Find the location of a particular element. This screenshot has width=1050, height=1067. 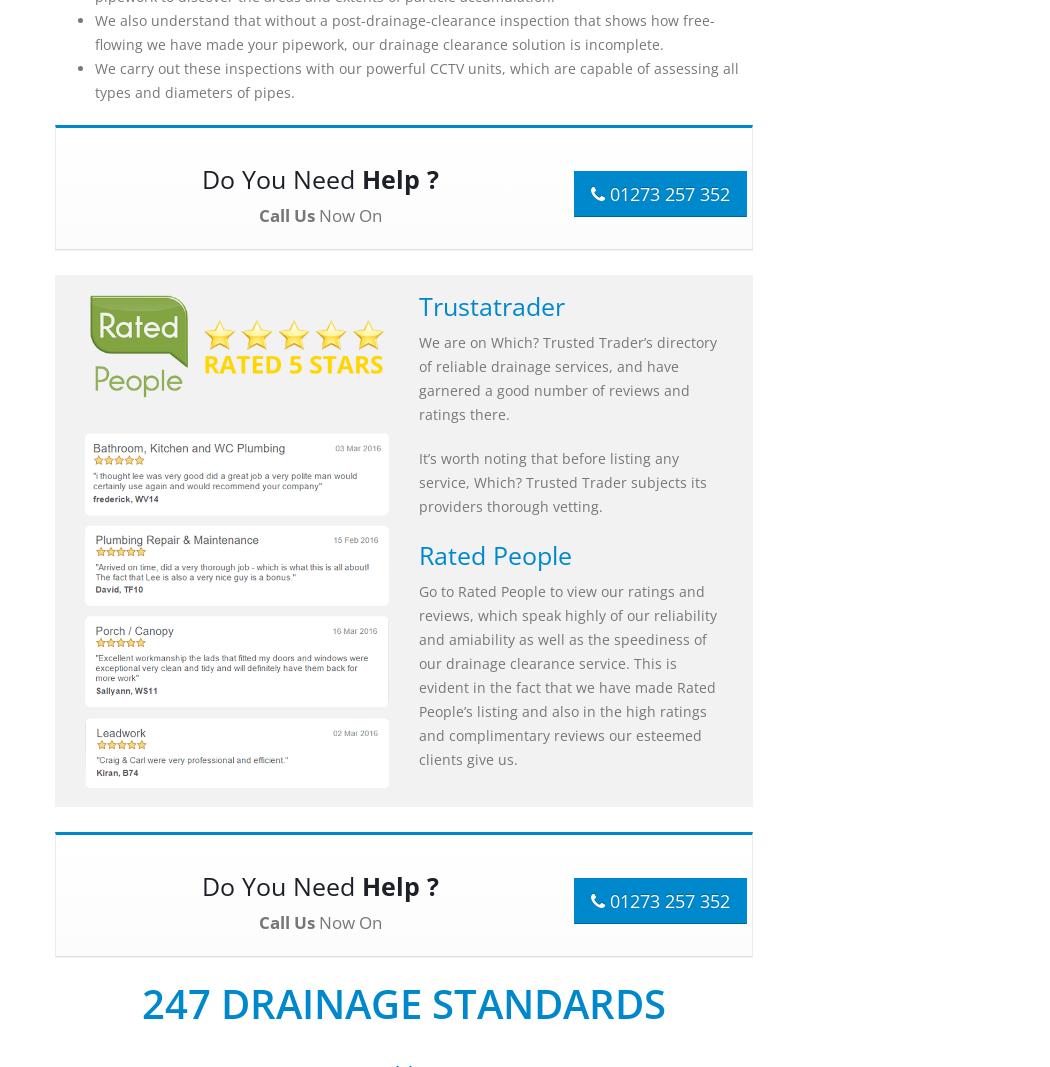

'Go to Rated People to view our ratings and reviews, which speak highly of our reliability and amiability as well as the speediness of our drainage clearance service. This is evident in the fact that we have made Rated People’s listing and also in the high ratings and complimentary reviews our esteemed clients give us.' is located at coordinates (417, 675).